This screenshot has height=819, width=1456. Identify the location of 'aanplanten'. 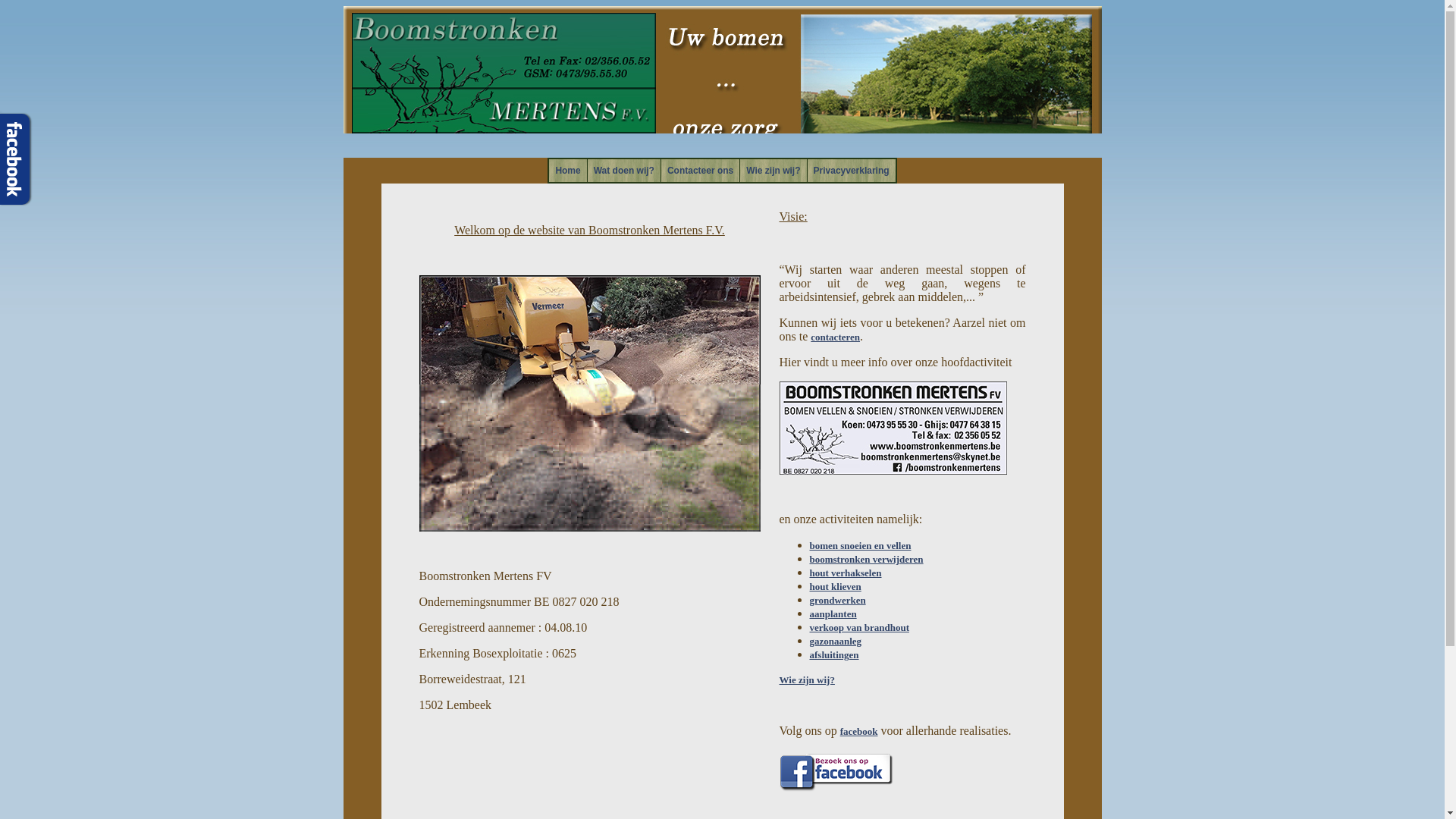
(833, 613).